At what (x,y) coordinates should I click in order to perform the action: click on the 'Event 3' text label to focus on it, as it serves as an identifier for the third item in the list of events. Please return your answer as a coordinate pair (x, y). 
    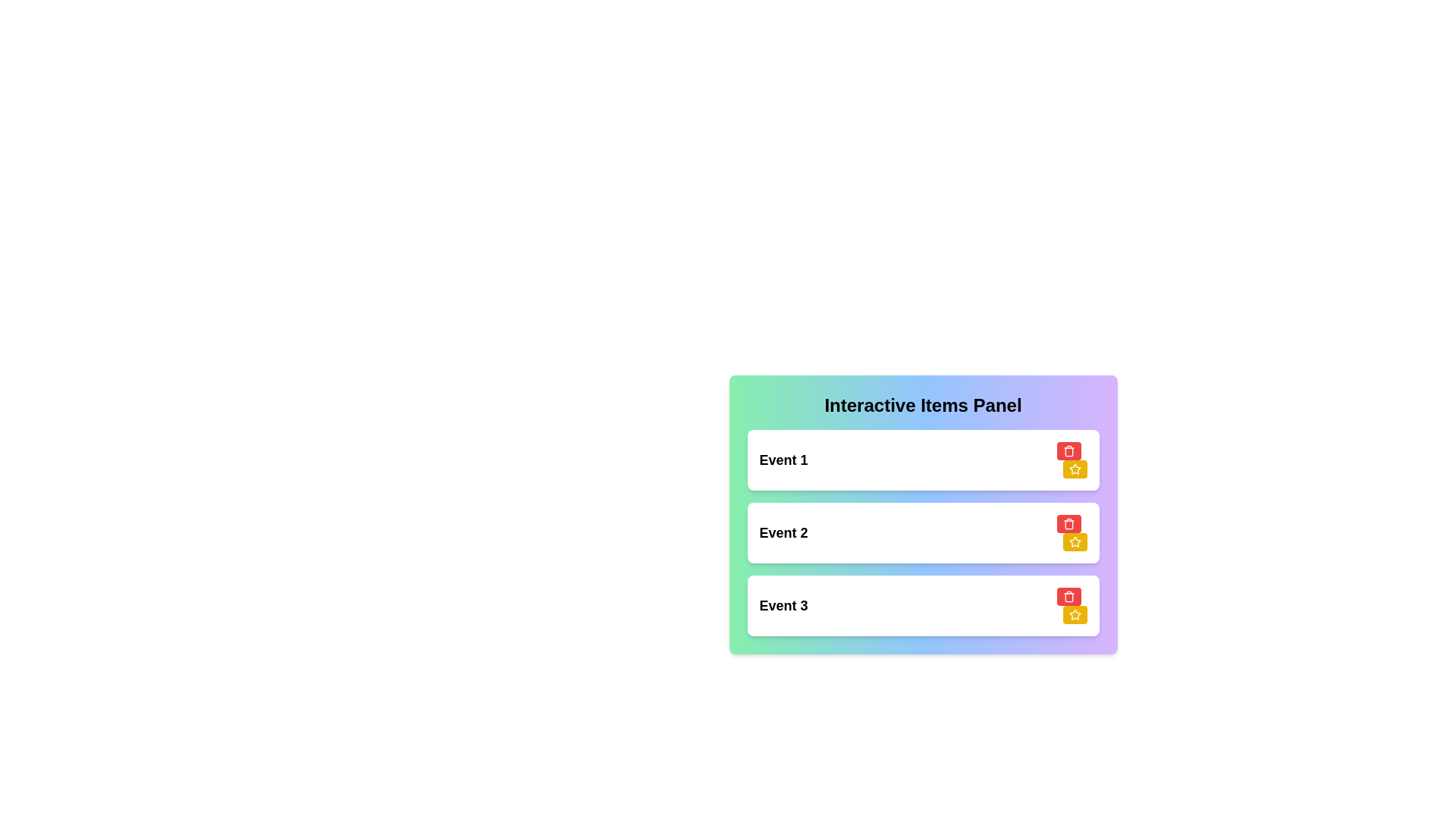
    Looking at the image, I should click on (783, 604).